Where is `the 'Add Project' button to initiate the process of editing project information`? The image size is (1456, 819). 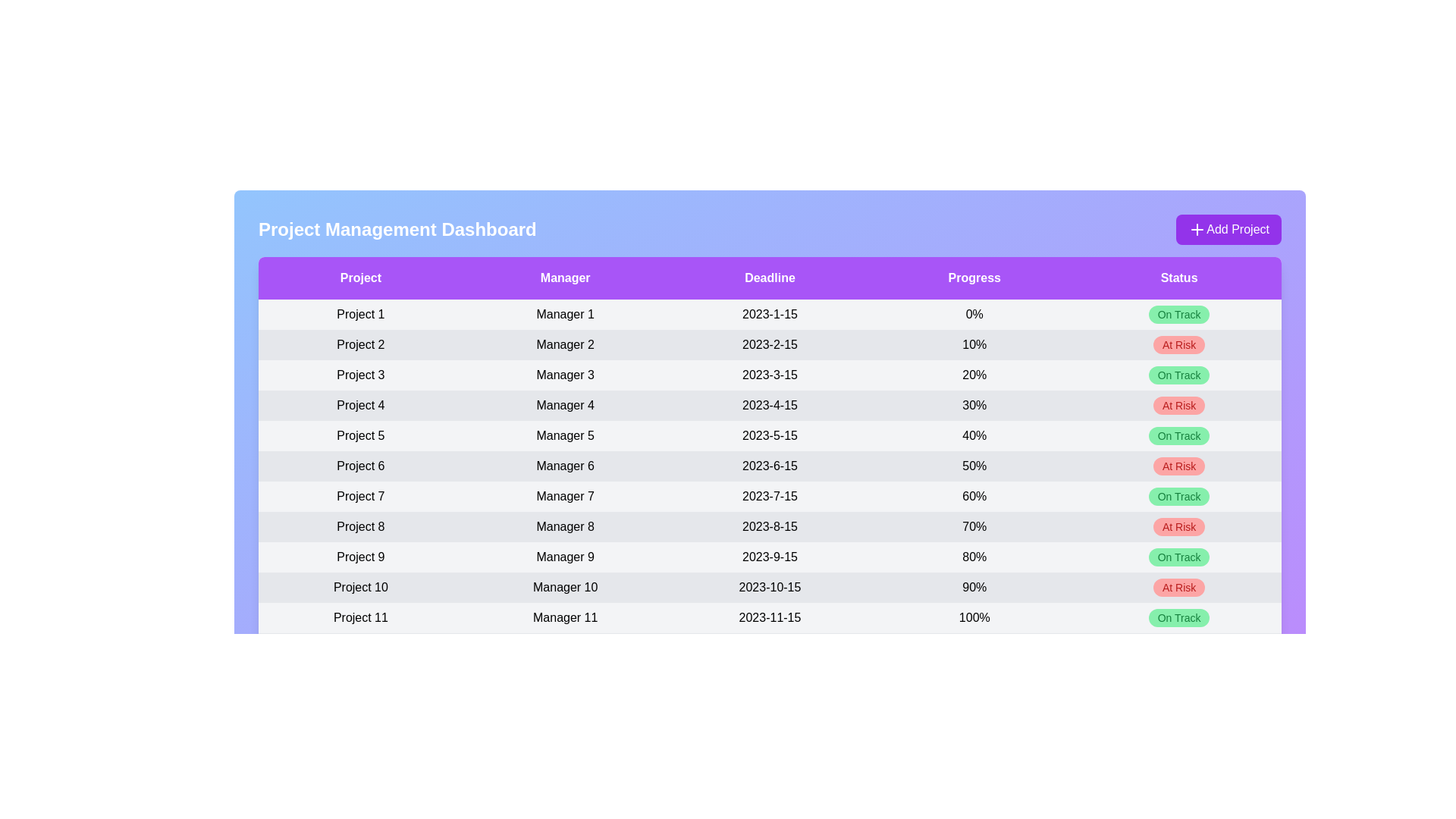 the 'Add Project' button to initiate the process of editing project information is located at coordinates (1228, 230).